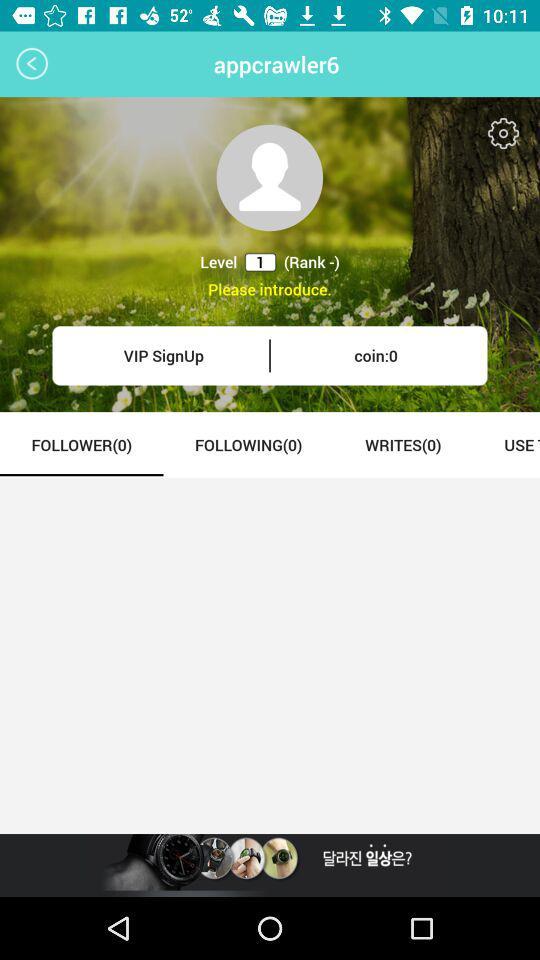 The height and width of the screenshot is (960, 540). Describe the element at coordinates (31, 64) in the screenshot. I see `the arrow_backward icon` at that location.